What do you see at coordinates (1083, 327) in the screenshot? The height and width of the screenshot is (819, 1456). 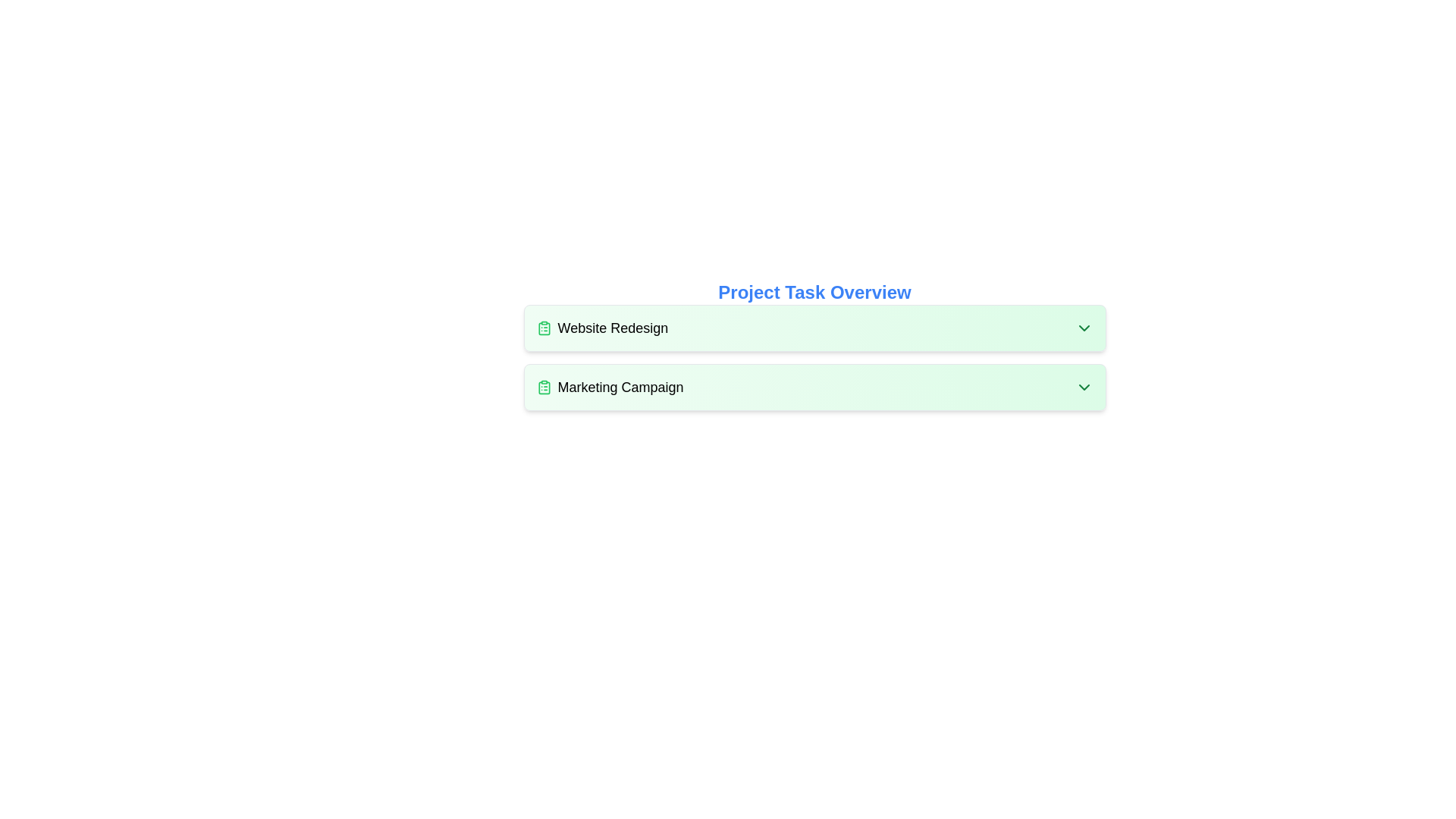 I see `the icon that activates the dropdown for 'Website Redesign'` at bounding box center [1083, 327].